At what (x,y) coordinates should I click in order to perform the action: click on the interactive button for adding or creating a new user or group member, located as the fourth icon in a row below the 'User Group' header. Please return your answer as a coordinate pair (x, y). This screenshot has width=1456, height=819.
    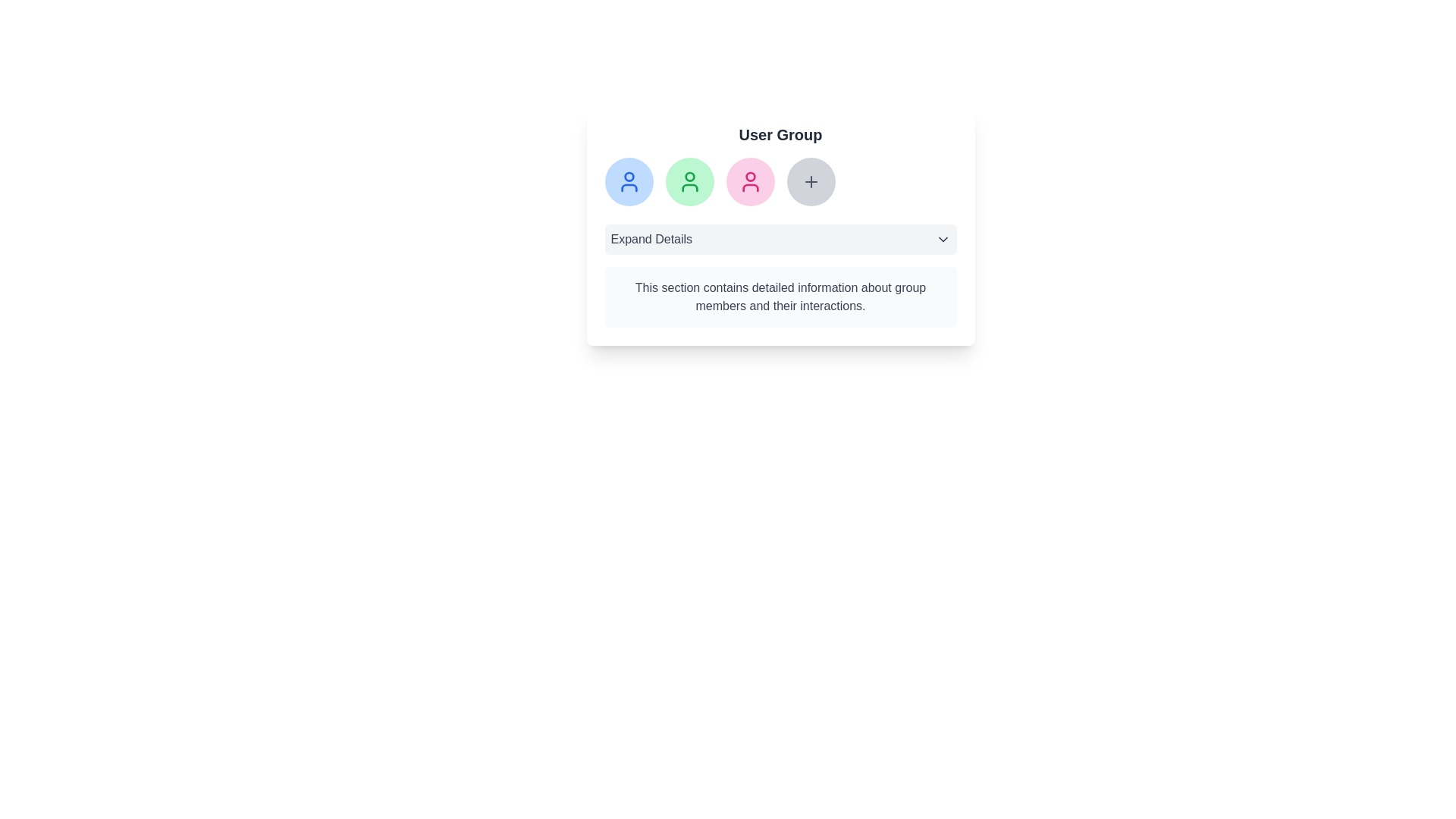
    Looking at the image, I should click on (810, 180).